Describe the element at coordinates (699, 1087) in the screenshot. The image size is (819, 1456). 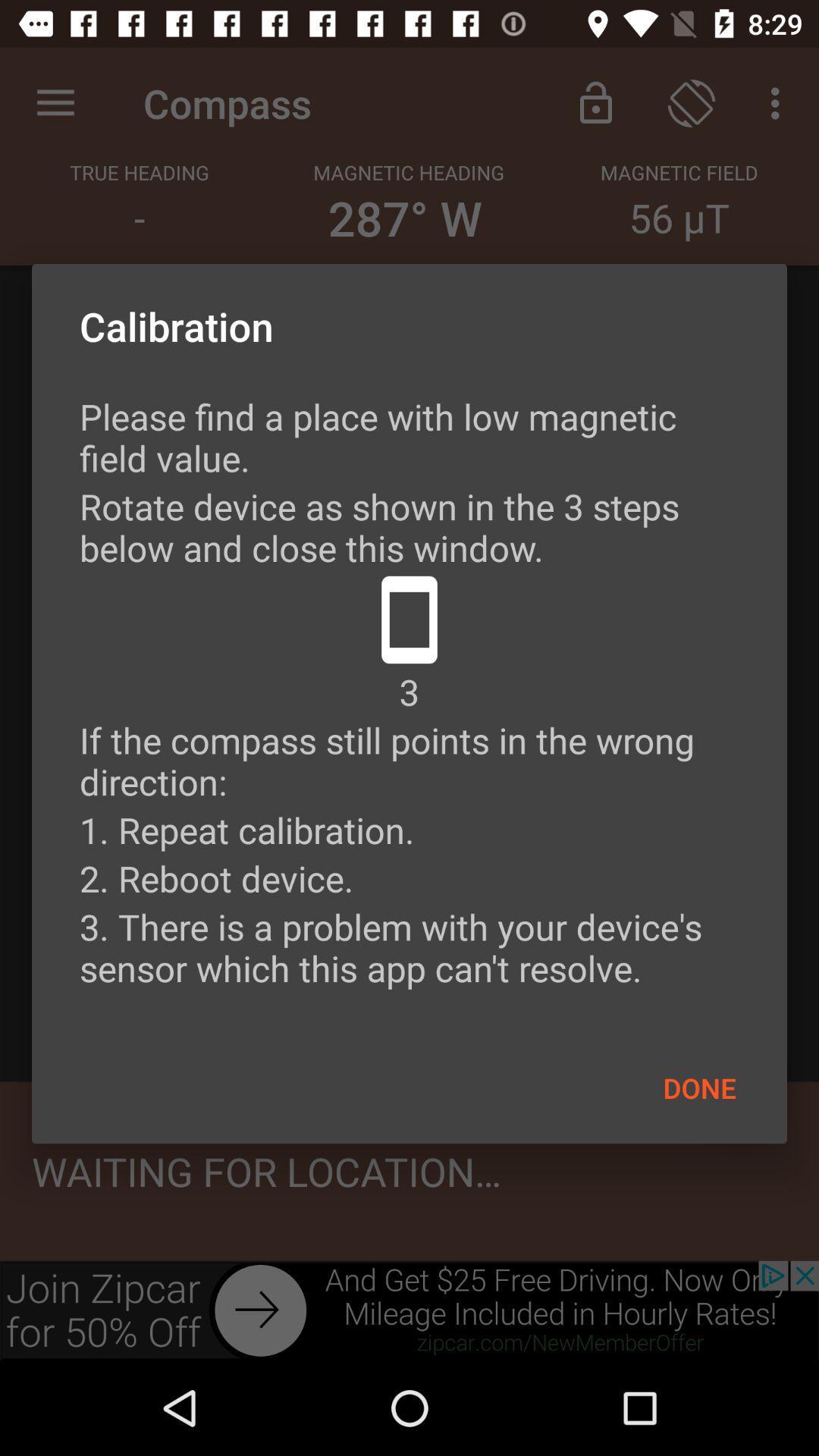
I see `the done icon` at that location.